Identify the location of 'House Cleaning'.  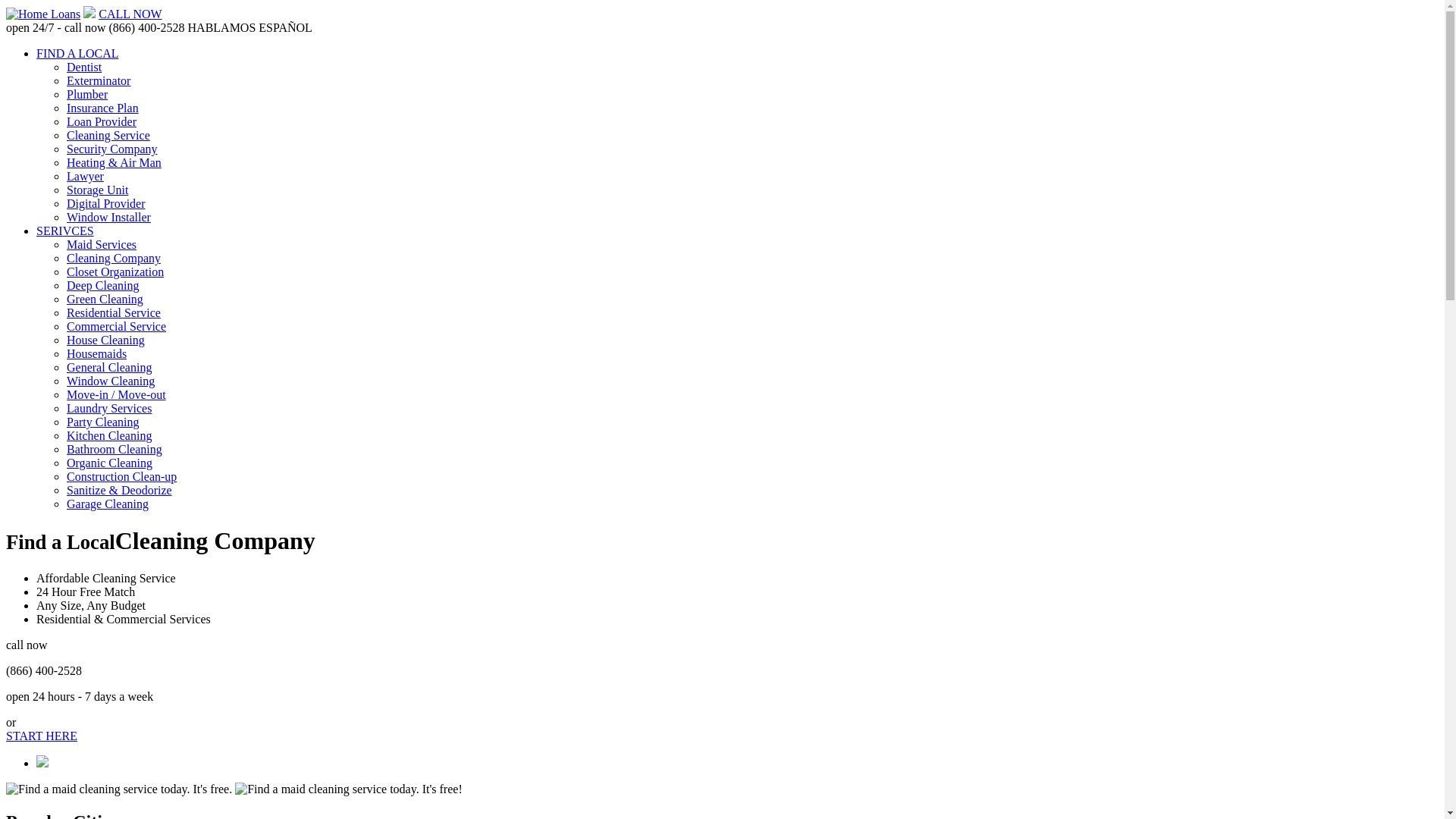
(105, 339).